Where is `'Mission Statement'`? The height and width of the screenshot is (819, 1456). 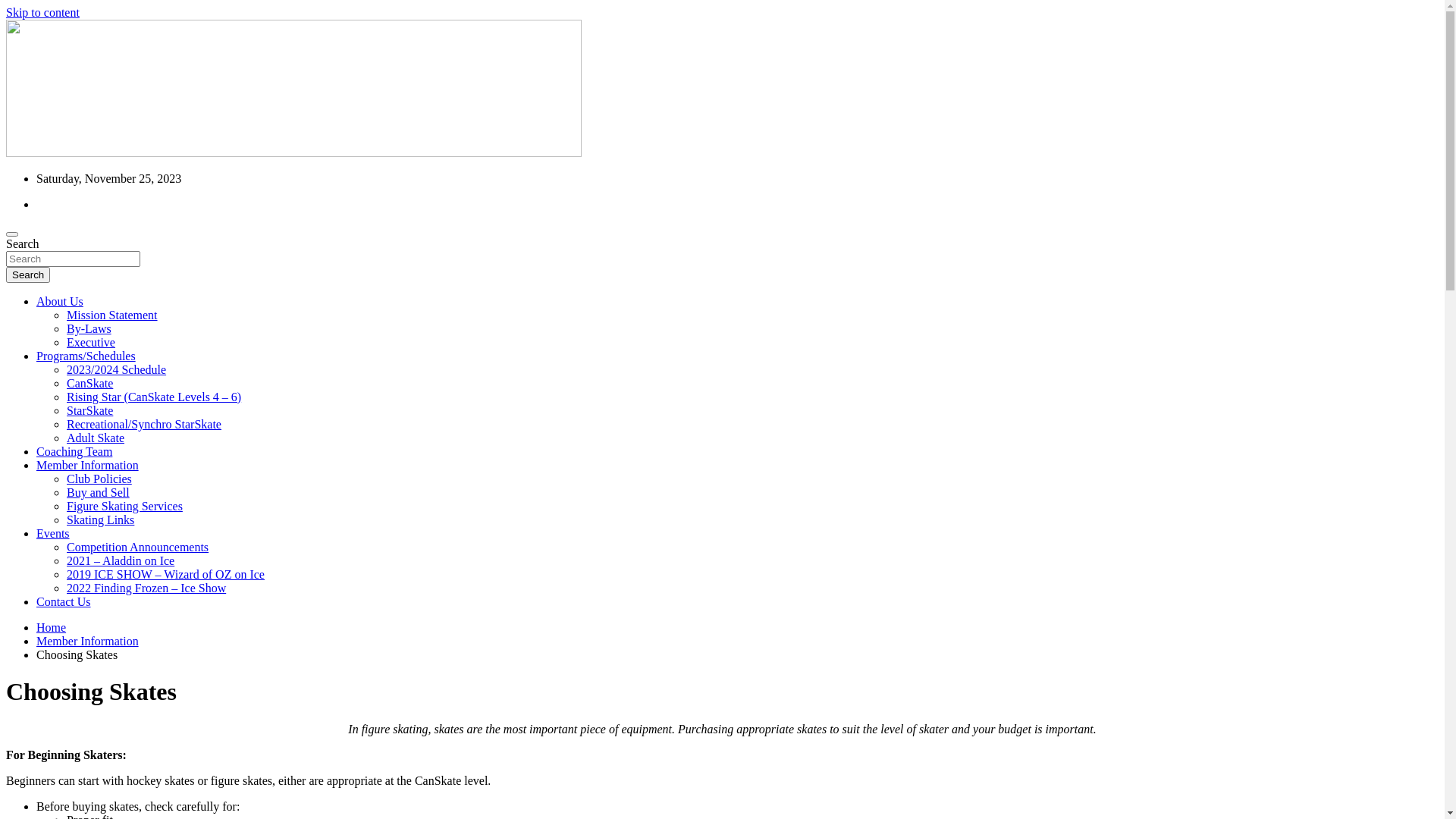
'Mission Statement' is located at coordinates (65, 314).